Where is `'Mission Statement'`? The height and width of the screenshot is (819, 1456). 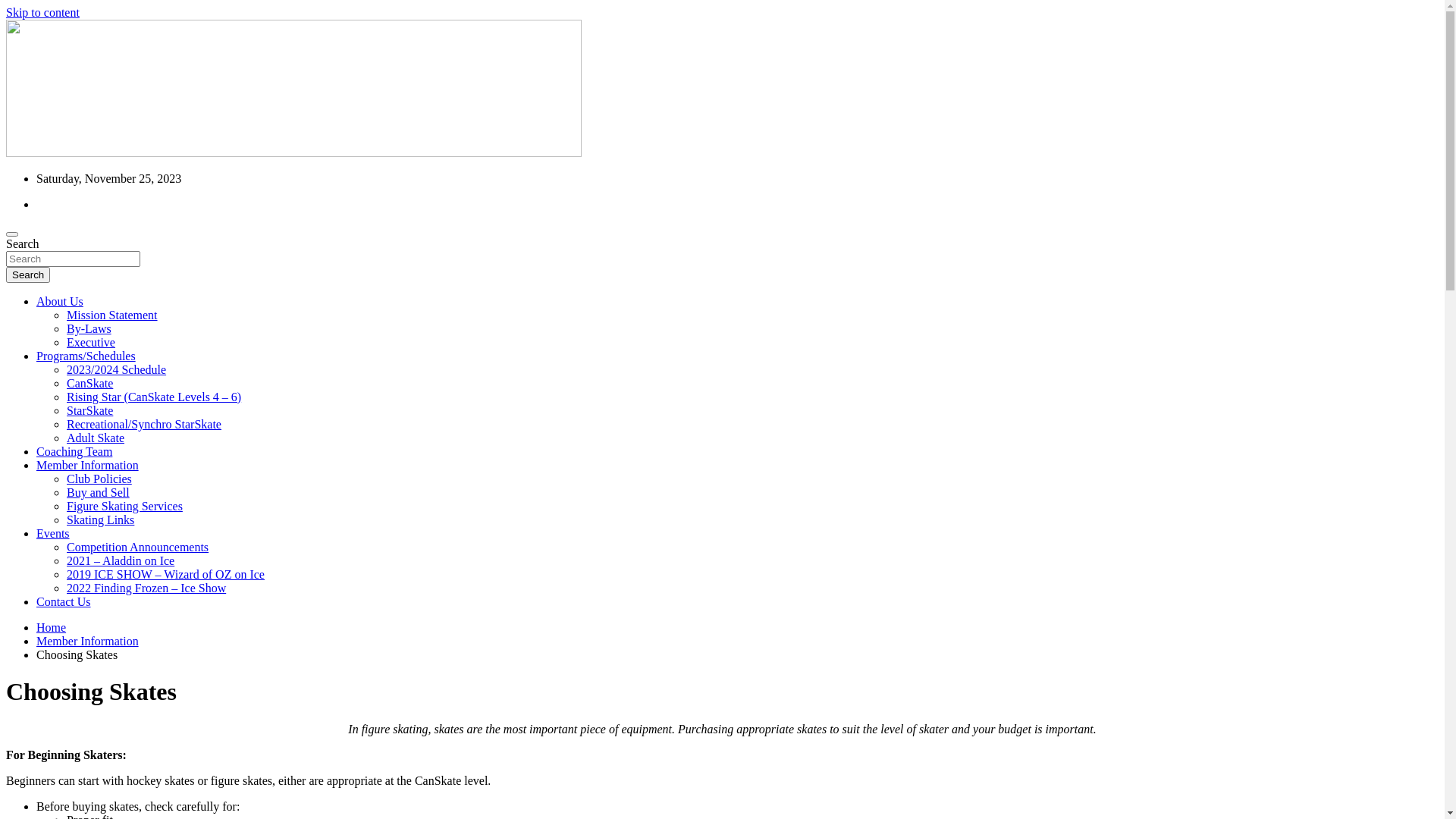
'Mission Statement' is located at coordinates (65, 314).